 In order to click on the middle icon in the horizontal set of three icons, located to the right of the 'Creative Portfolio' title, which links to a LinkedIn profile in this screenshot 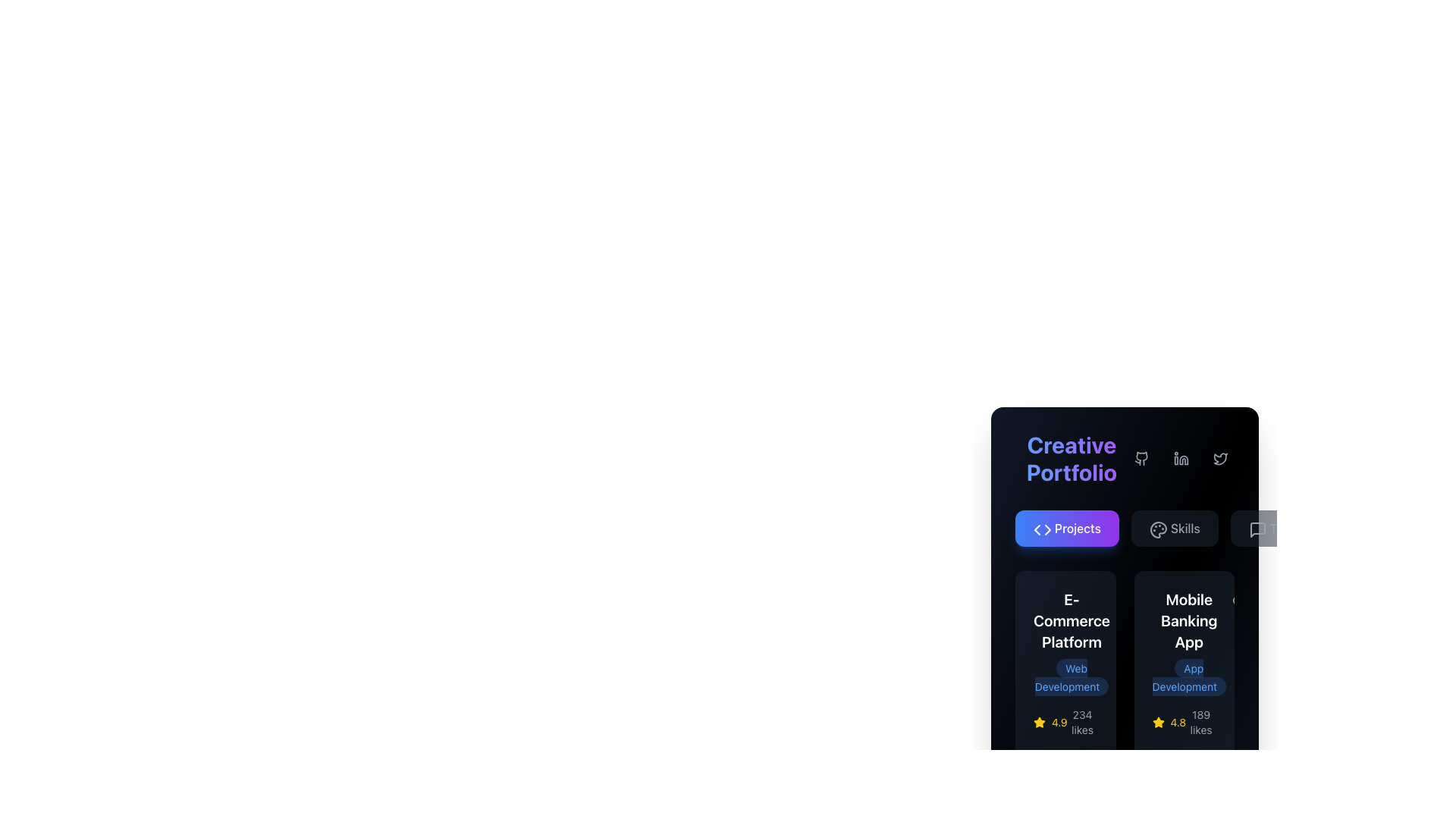, I will do `click(1181, 458)`.